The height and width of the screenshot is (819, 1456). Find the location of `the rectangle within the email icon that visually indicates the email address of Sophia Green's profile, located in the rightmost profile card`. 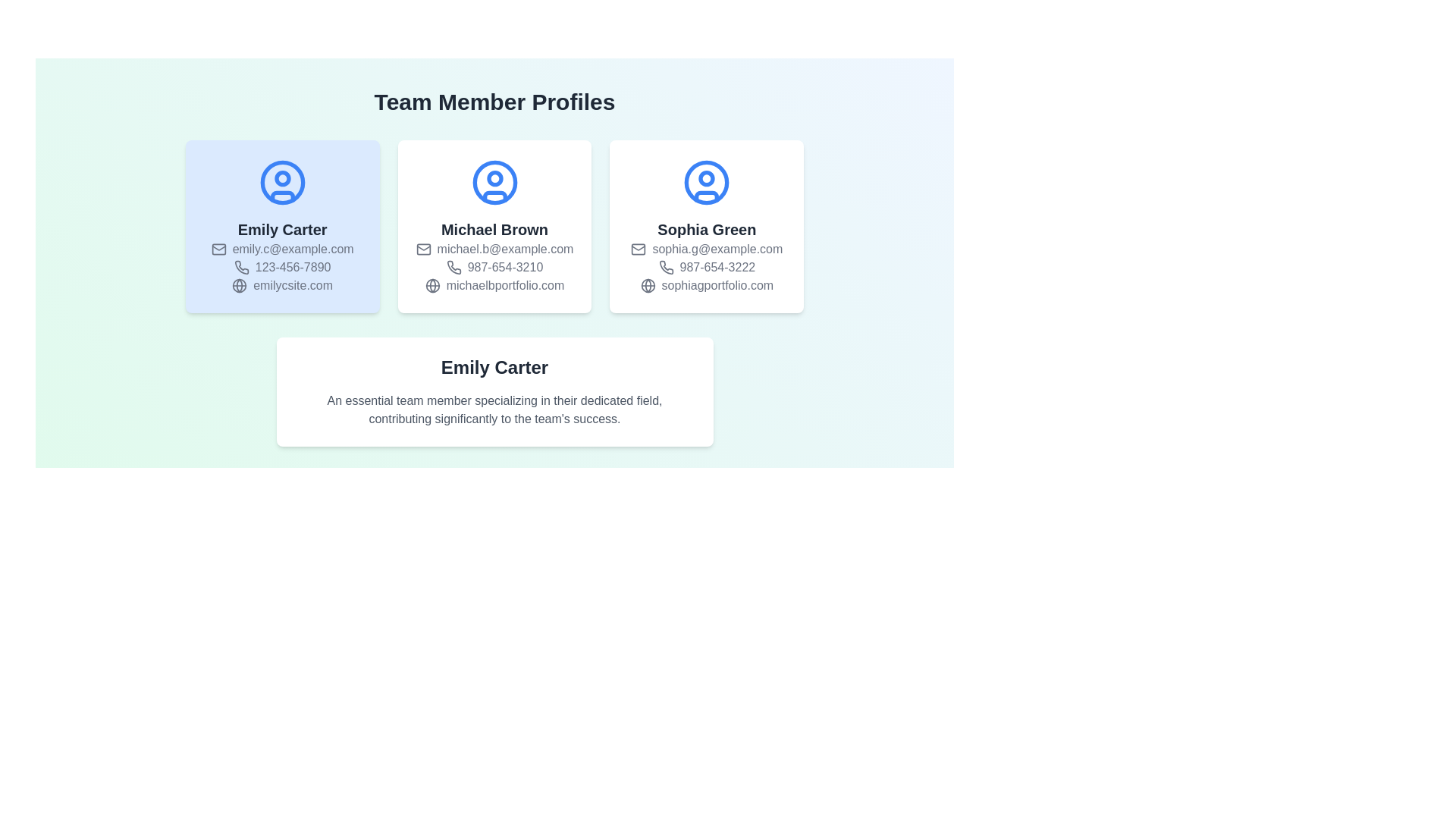

the rectangle within the email icon that visually indicates the email address of Sophia Green's profile, located in the rightmost profile card is located at coordinates (639, 248).